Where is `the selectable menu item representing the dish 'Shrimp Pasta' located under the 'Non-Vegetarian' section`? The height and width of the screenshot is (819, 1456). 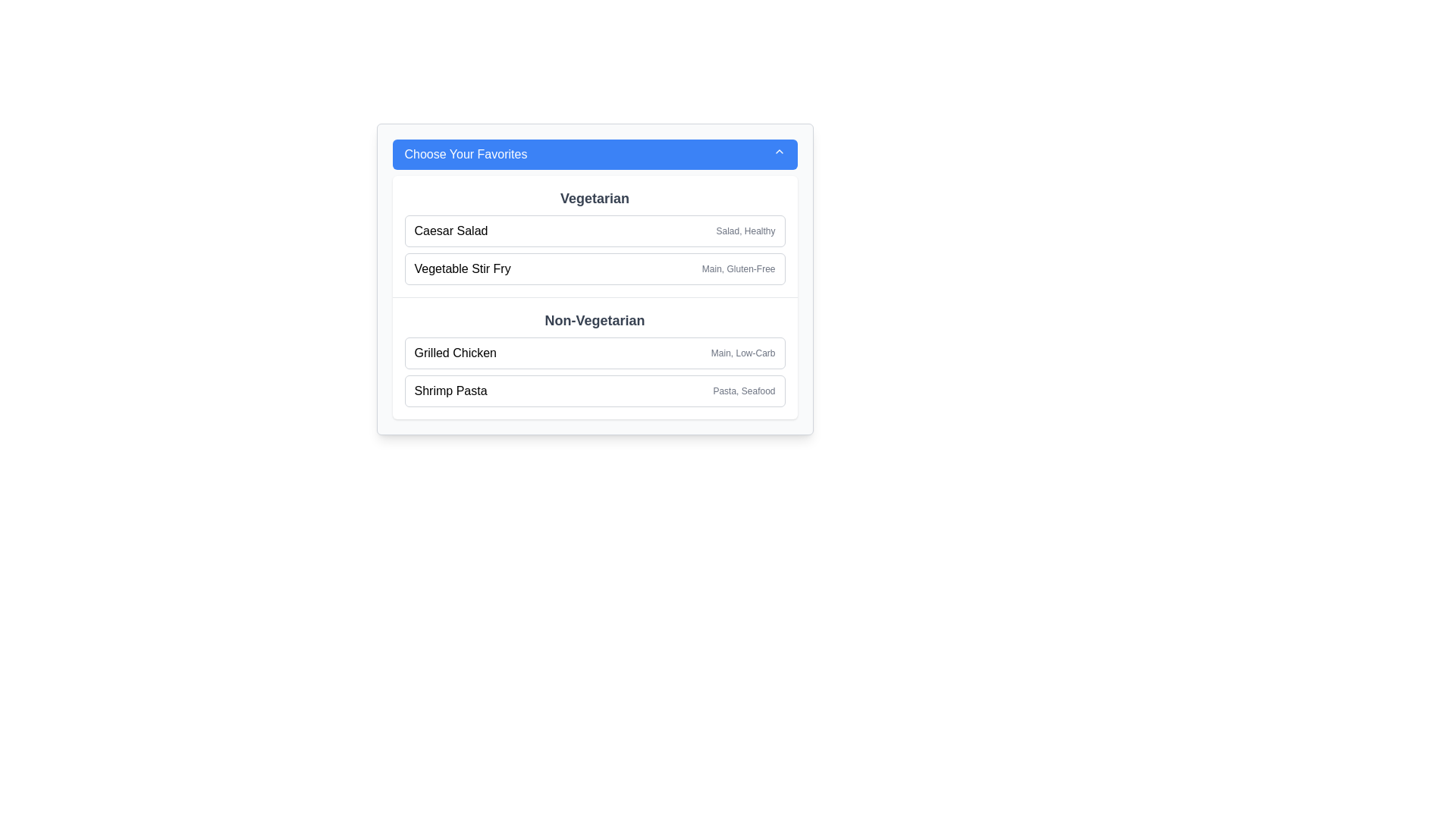 the selectable menu item representing the dish 'Shrimp Pasta' located under the 'Non-Vegetarian' section is located at coordinates (594, 391).